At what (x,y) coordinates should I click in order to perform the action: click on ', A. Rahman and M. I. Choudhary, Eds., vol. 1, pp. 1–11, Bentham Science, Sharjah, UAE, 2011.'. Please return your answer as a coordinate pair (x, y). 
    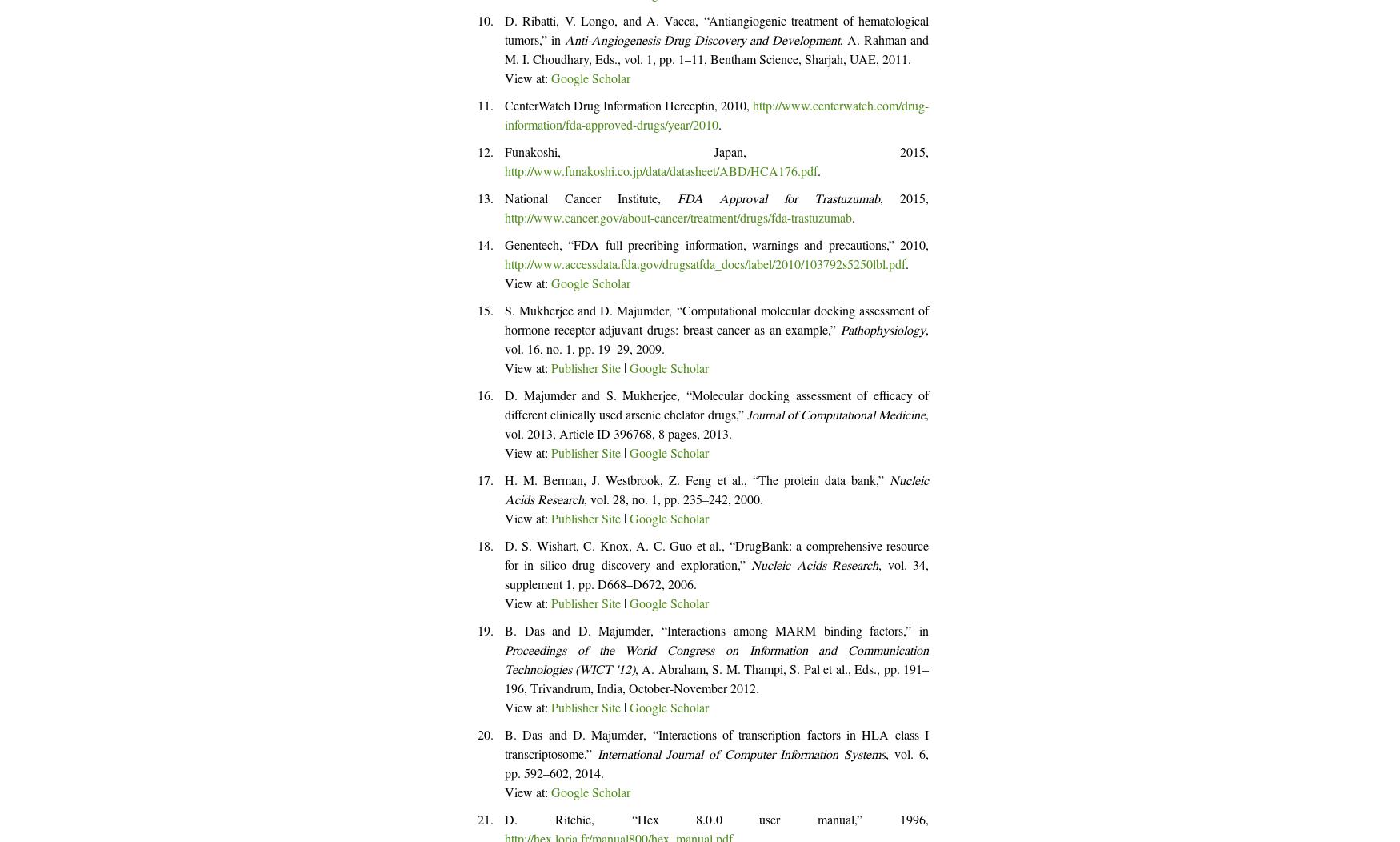
    Looking at the image, I should click on (716, 51).